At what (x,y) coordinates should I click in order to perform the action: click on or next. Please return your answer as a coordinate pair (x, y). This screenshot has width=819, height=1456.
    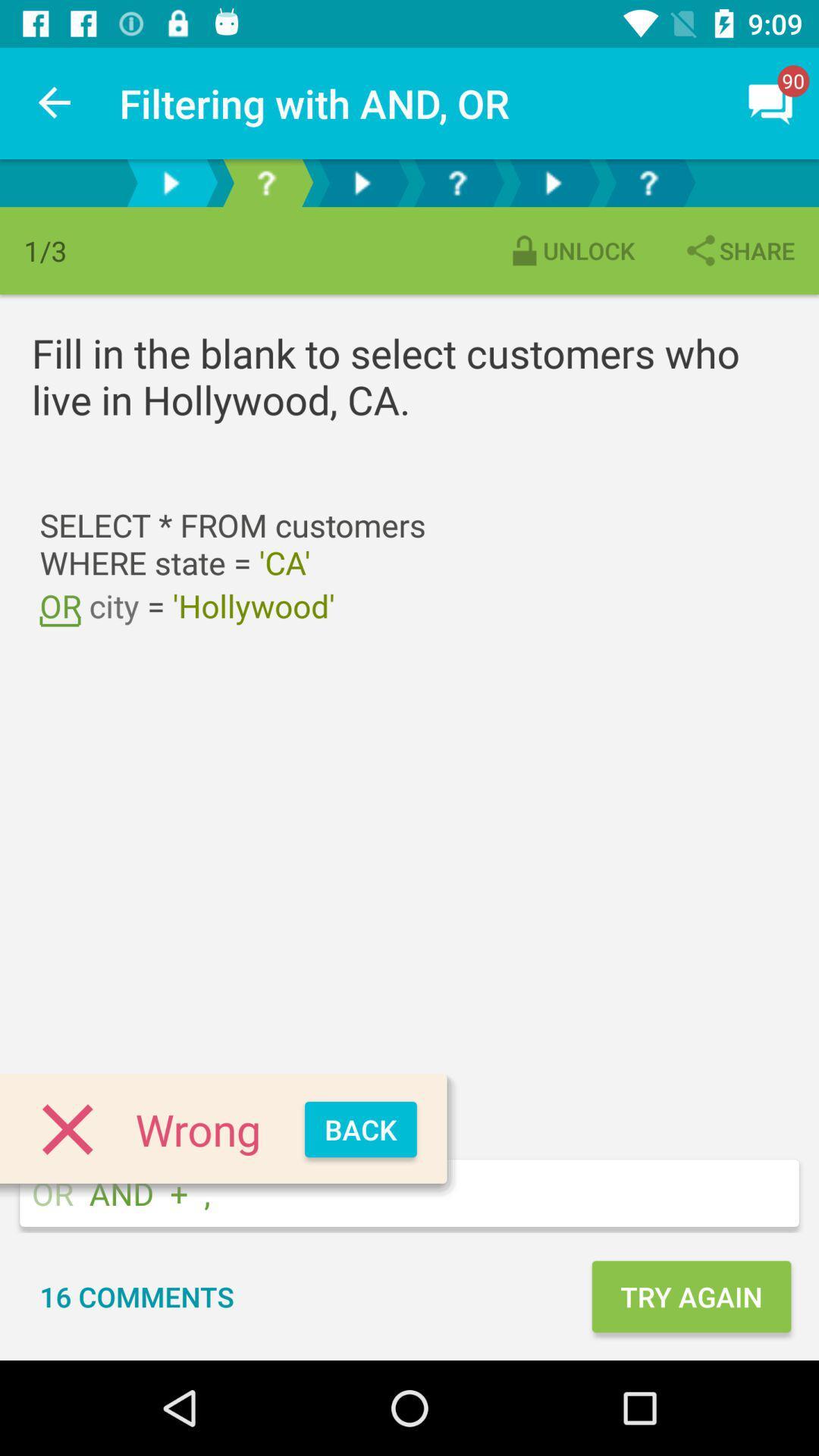
    Looking at the image, I should click on (362, 182).